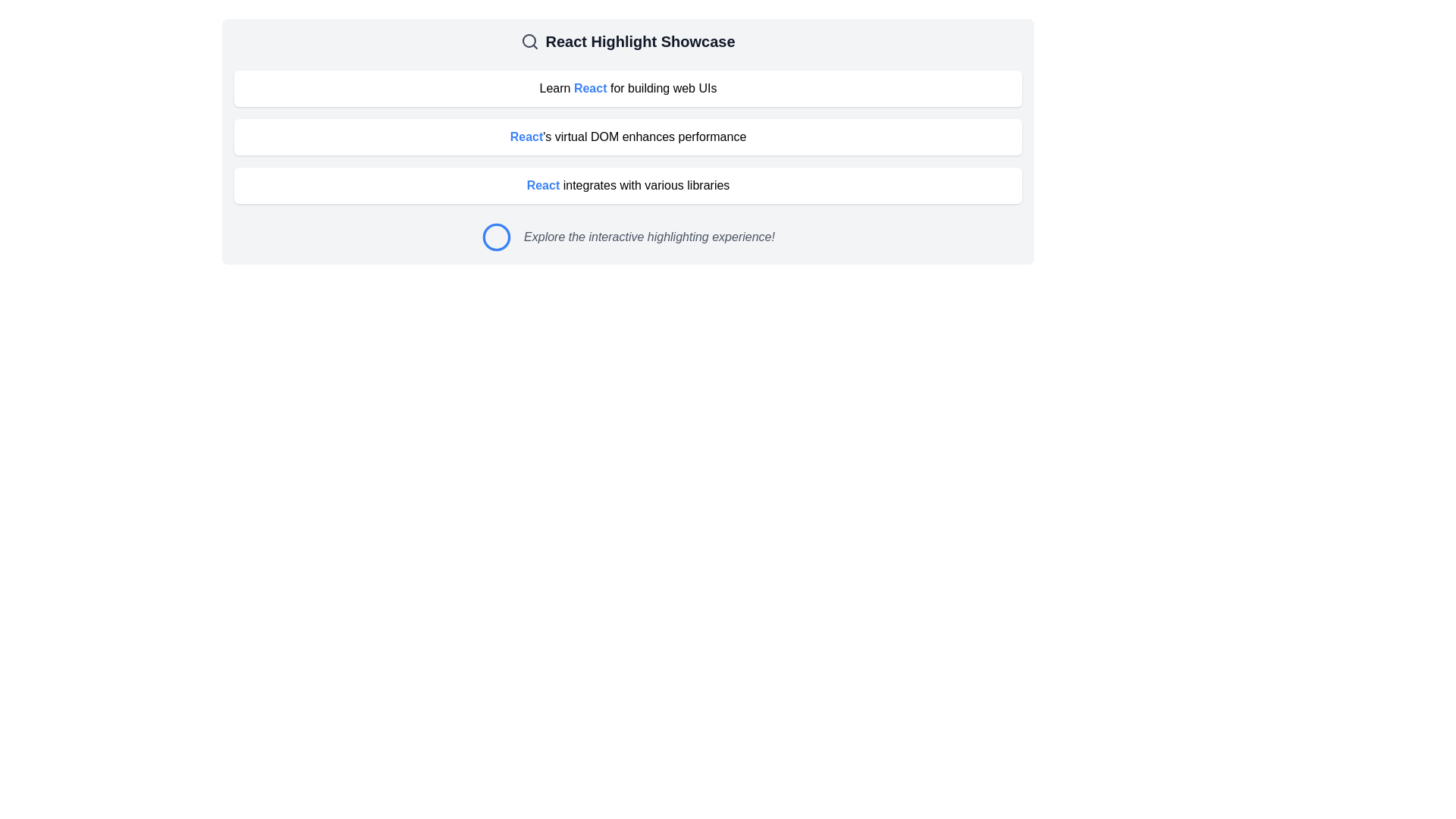 The image size is (1456, 819). I want to click on the text element stating 'React integrates with various libraries', which features 'React' in blue bold font and is located at the bottom of a vertically arranged list on a white background, so click(628, 184).